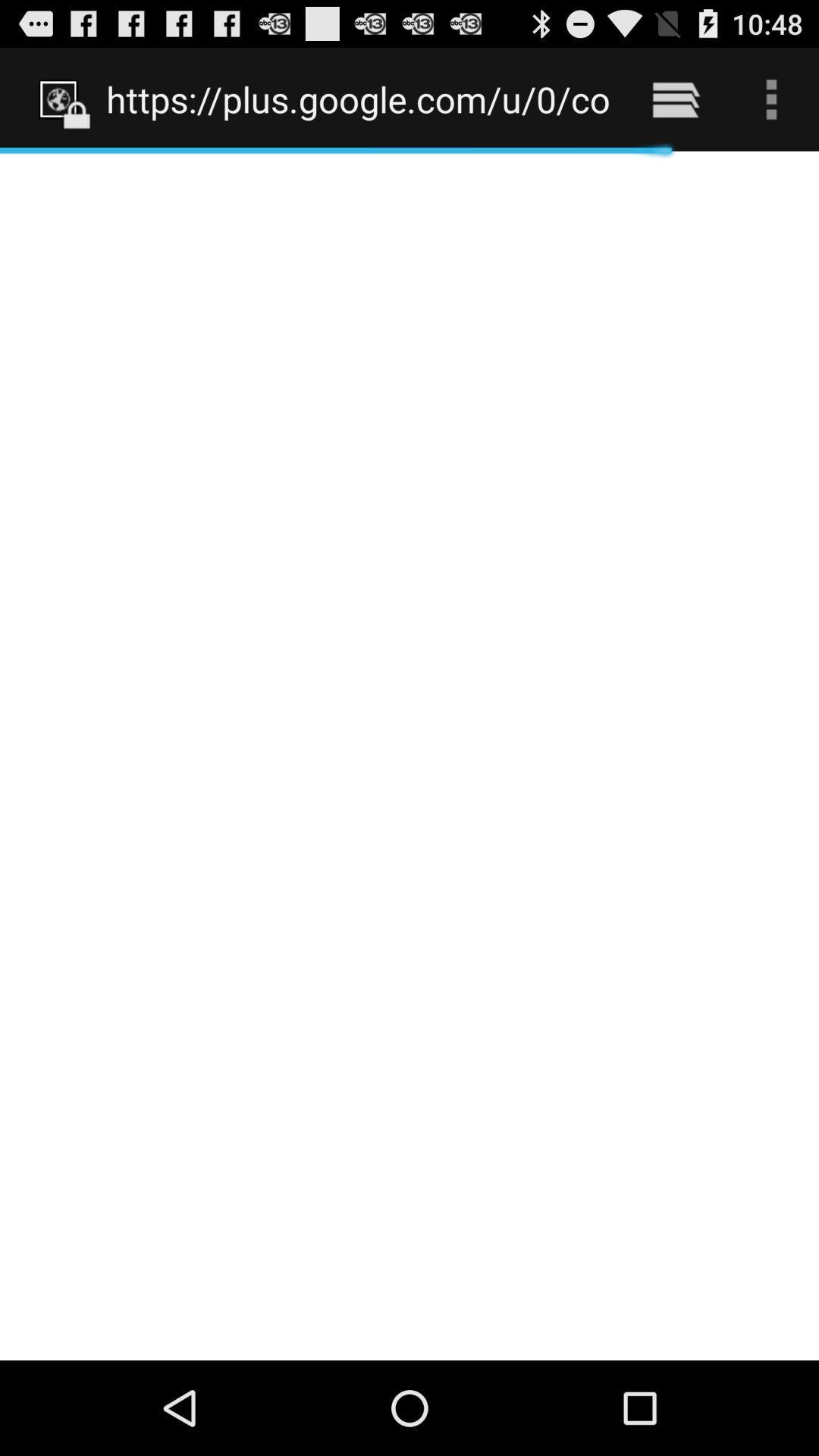 Image resolution: width=819 pixels, height=1456 pixels. I want to click on icon to the right of the https plus google, so click(675, 99).